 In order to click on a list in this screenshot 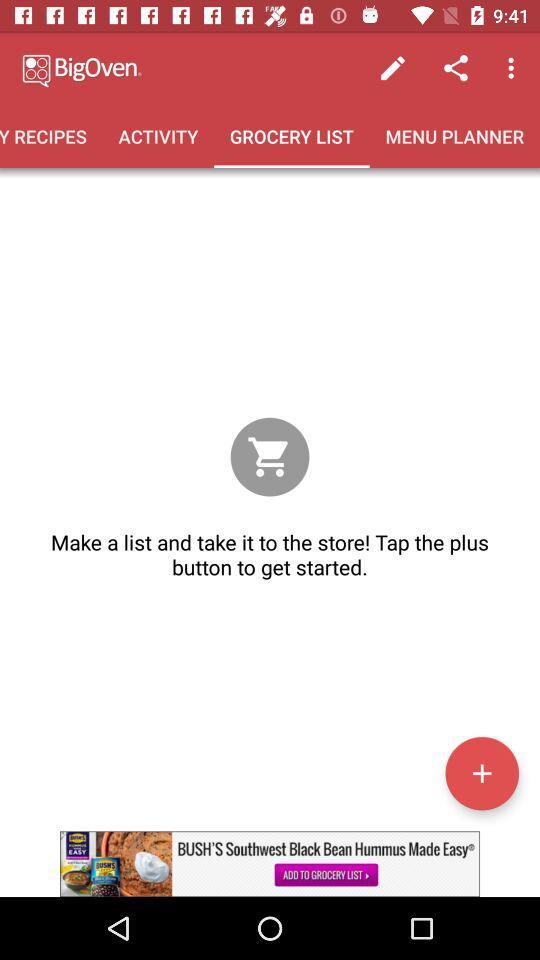, I will do `click(481, 772)`.